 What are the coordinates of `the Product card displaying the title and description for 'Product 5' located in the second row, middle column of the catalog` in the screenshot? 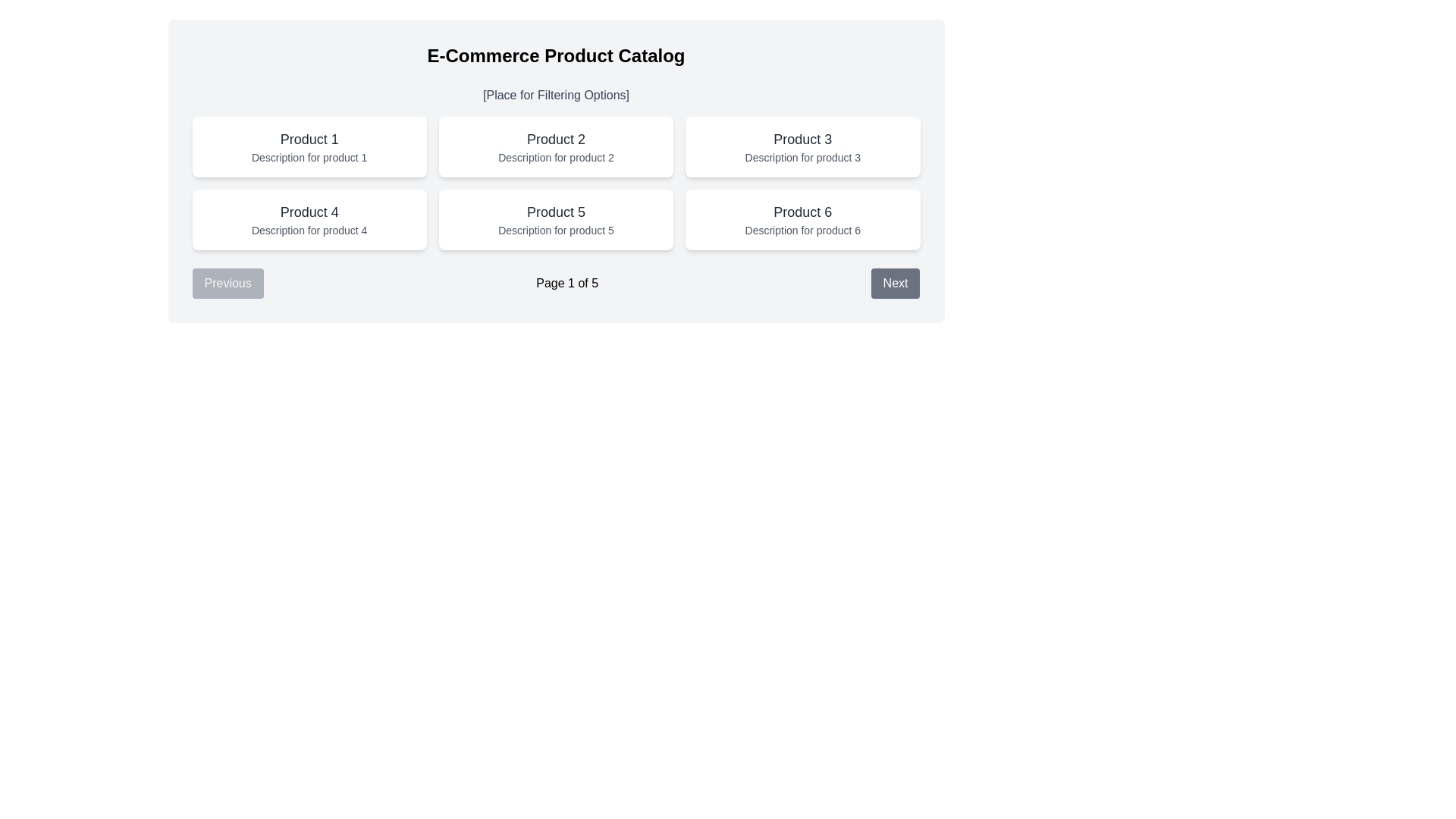 It's located at (555, 219).